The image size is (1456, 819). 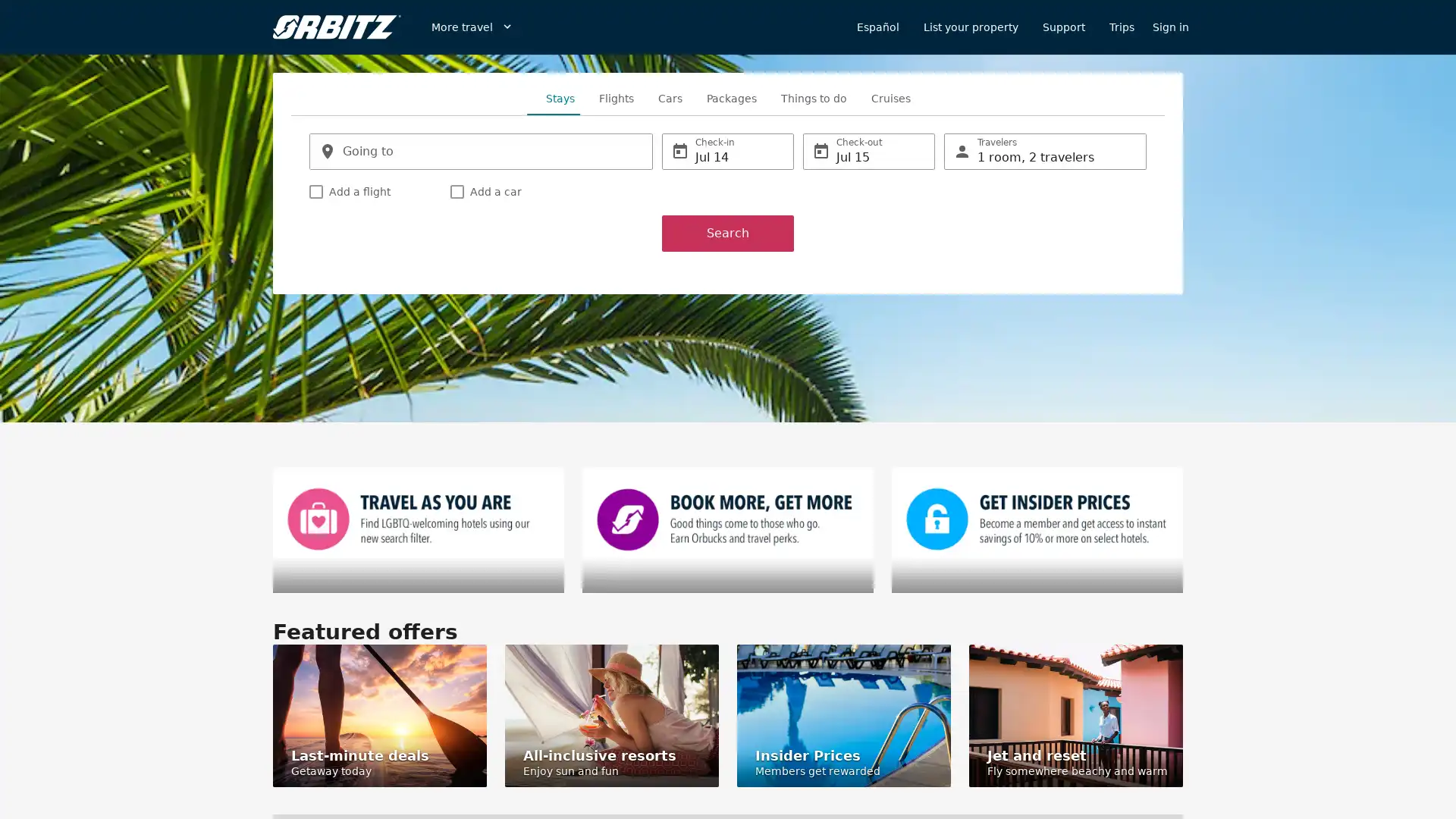 I want to click on Check-out July 15, 2022, so click(x=869, y=152).